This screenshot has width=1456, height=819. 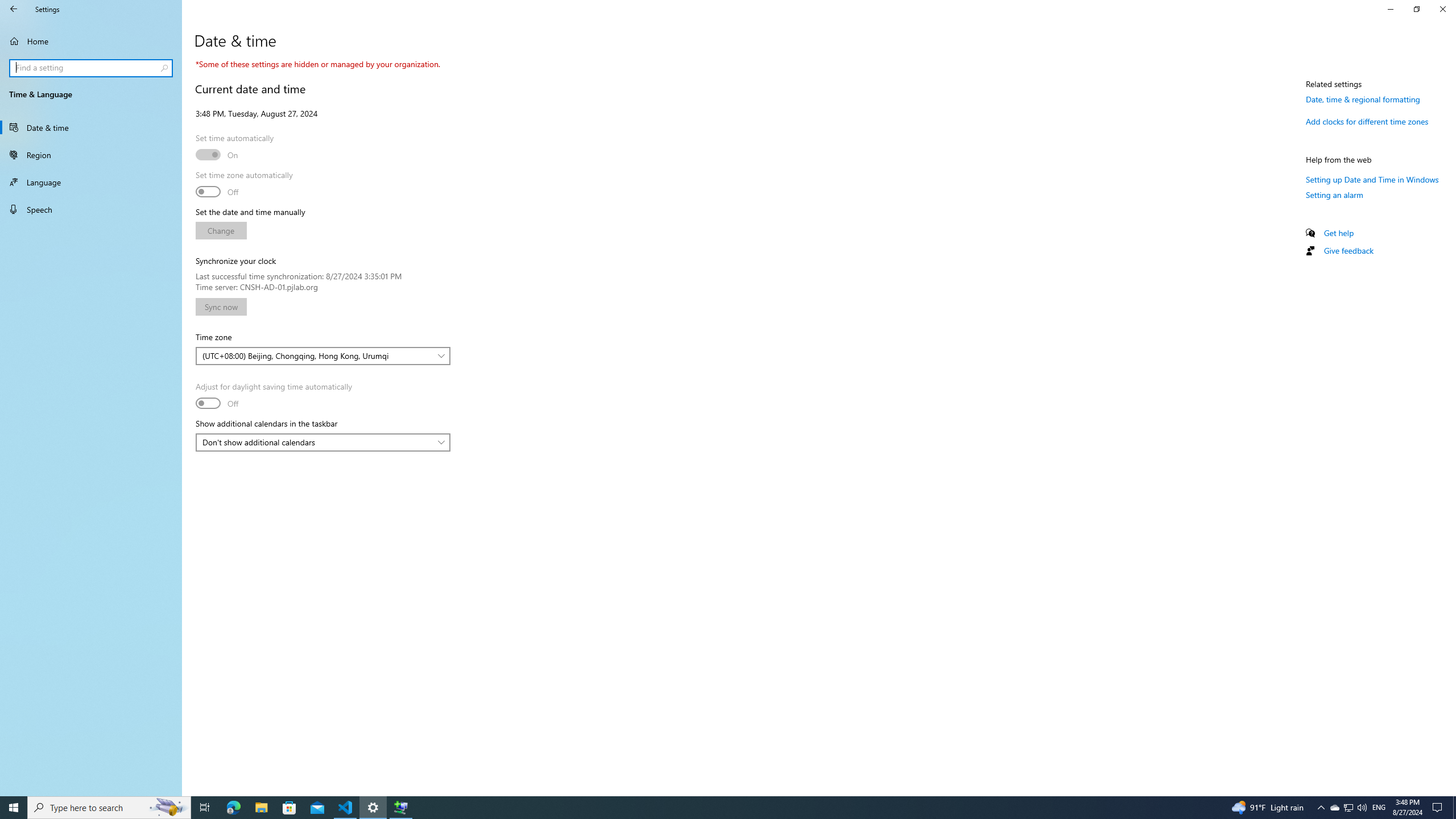 I want to click on 'Extensible Wizards Host Process - 1 running window', so click(x=401, y=806).